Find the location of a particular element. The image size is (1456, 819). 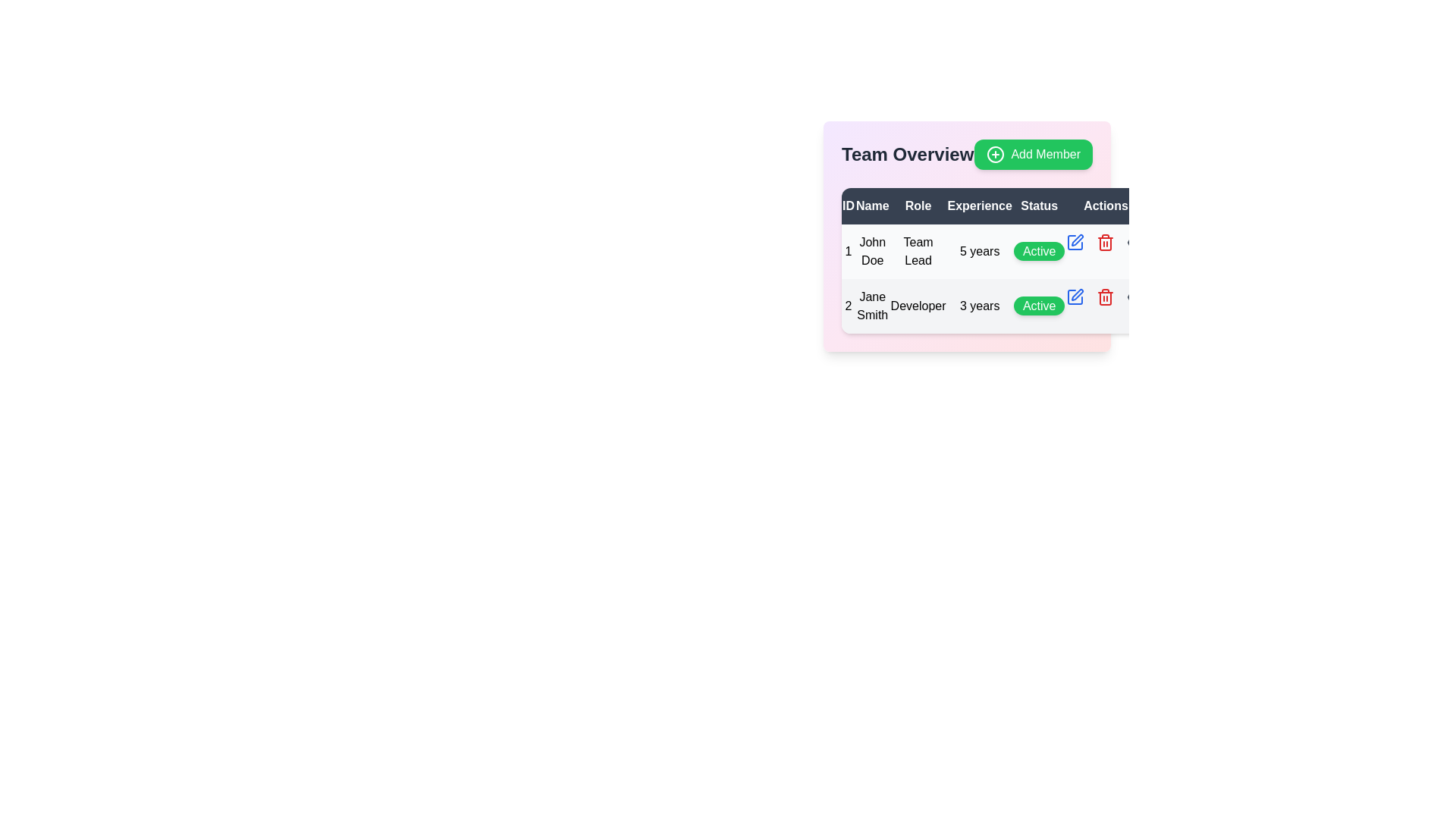

the pen icon button, which is the leftmost action icon in the first row of the actions column of the table is located at coordinates (1075, 242).